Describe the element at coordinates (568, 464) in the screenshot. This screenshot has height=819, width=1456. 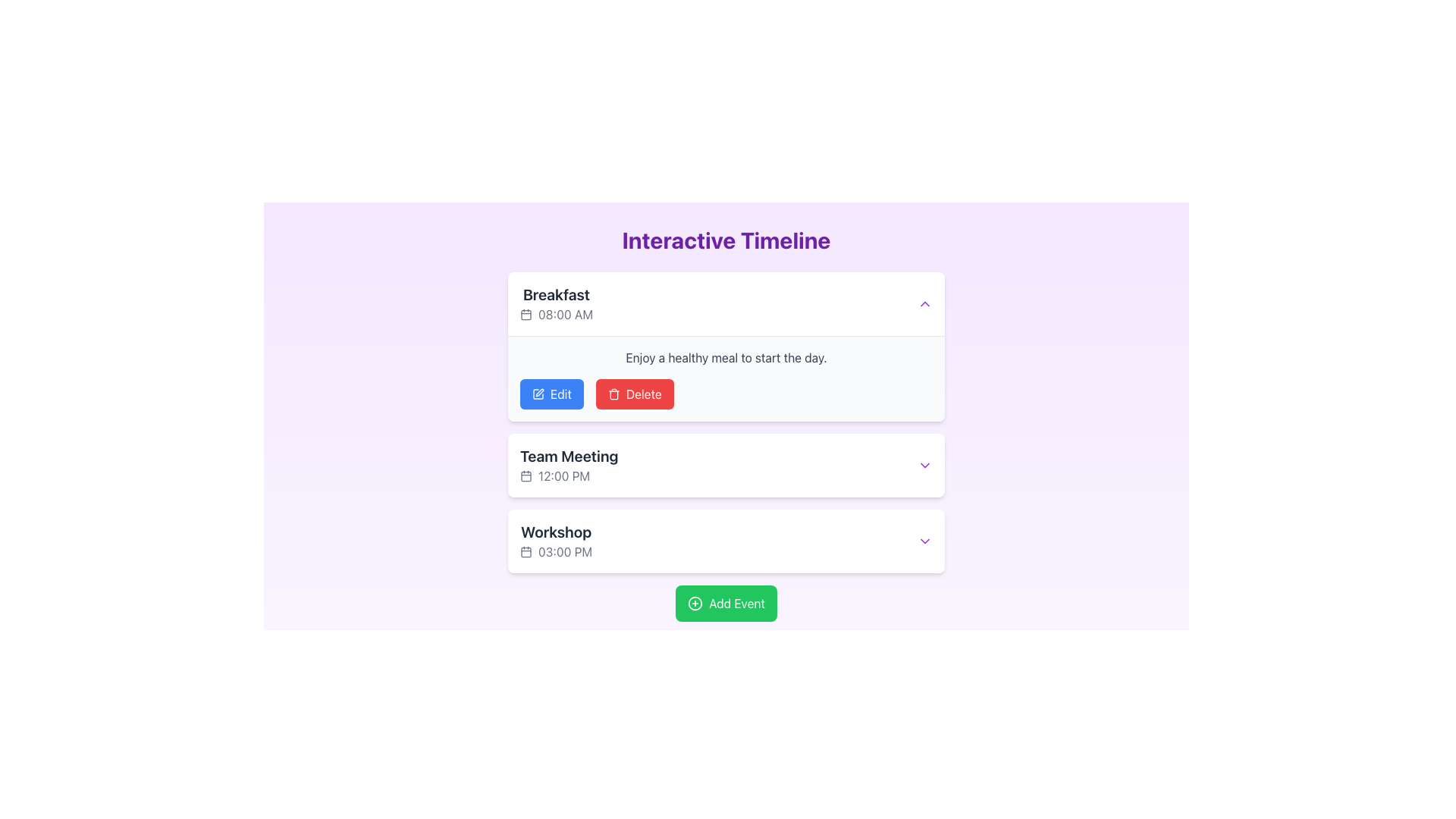
I see `the event summary entry located below 'Breakfast 08:00 AM' and above 'Workshop 03:00 PM'` at that location.